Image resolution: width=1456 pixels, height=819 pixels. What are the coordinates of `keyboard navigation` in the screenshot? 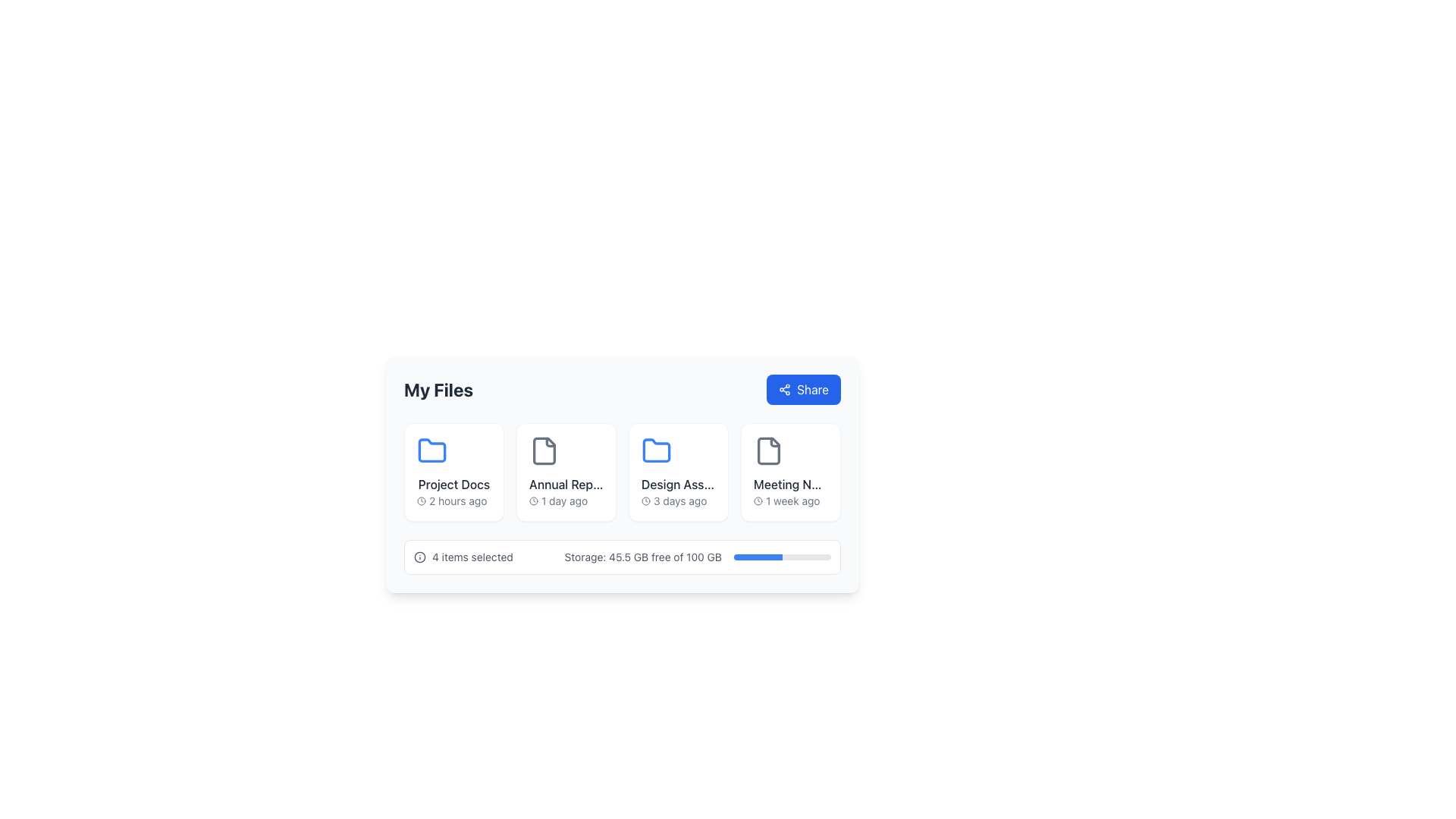 It's located at (803, 388).